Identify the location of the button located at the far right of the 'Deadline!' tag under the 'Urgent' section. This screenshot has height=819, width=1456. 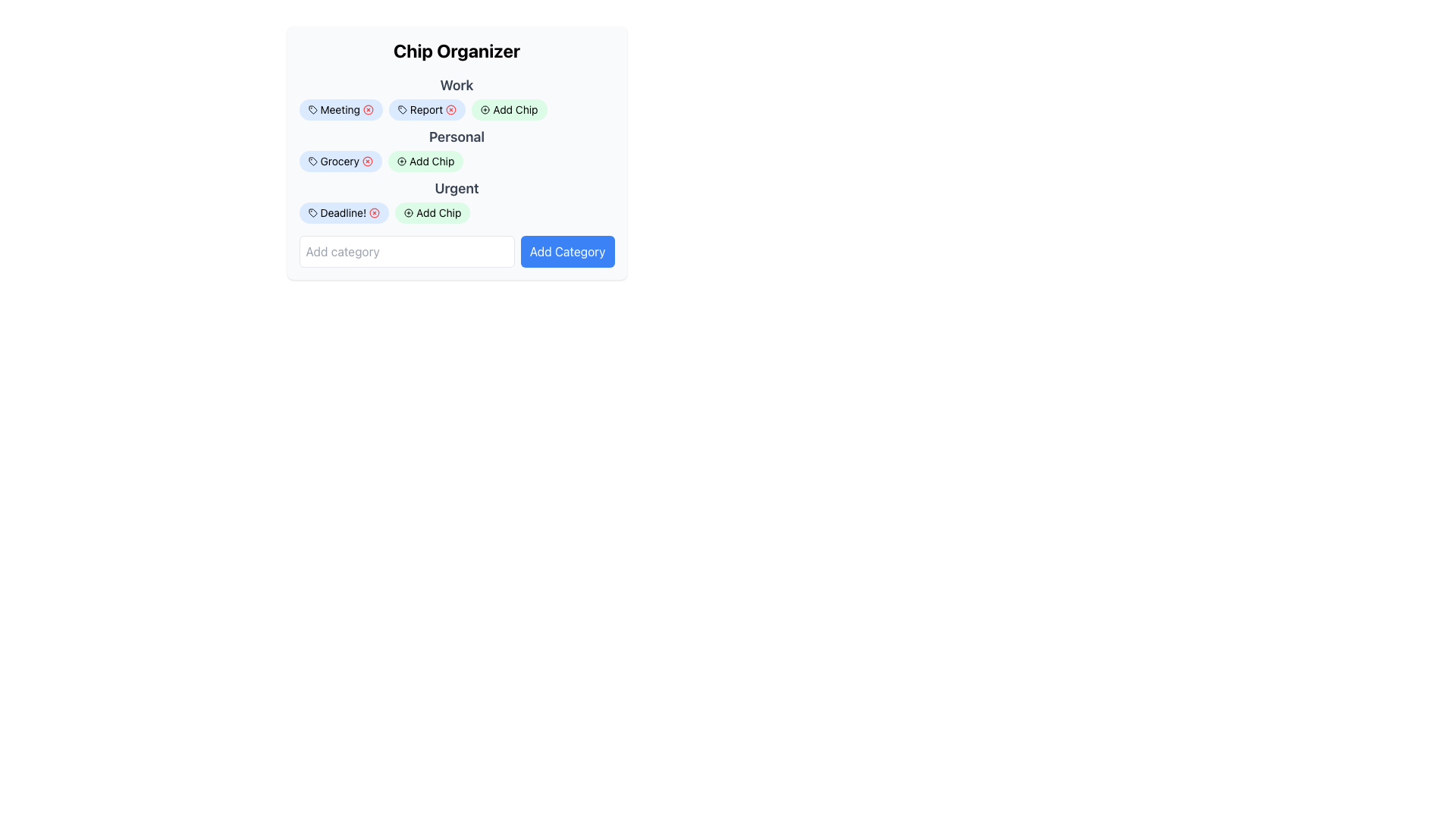
(375, 213).